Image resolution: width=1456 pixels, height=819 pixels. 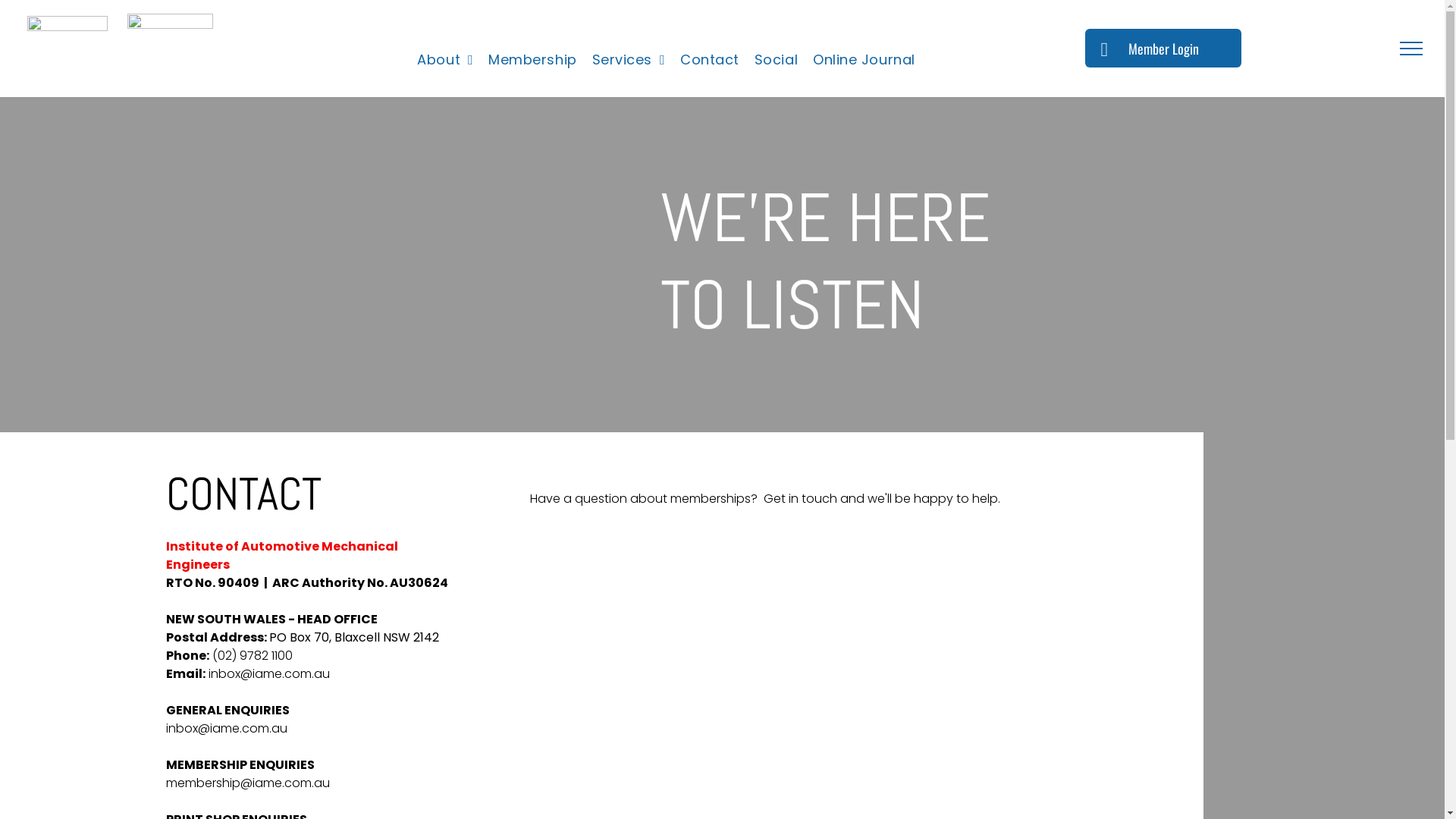 I want to click on 'Contact', so click(x=709, y=58).